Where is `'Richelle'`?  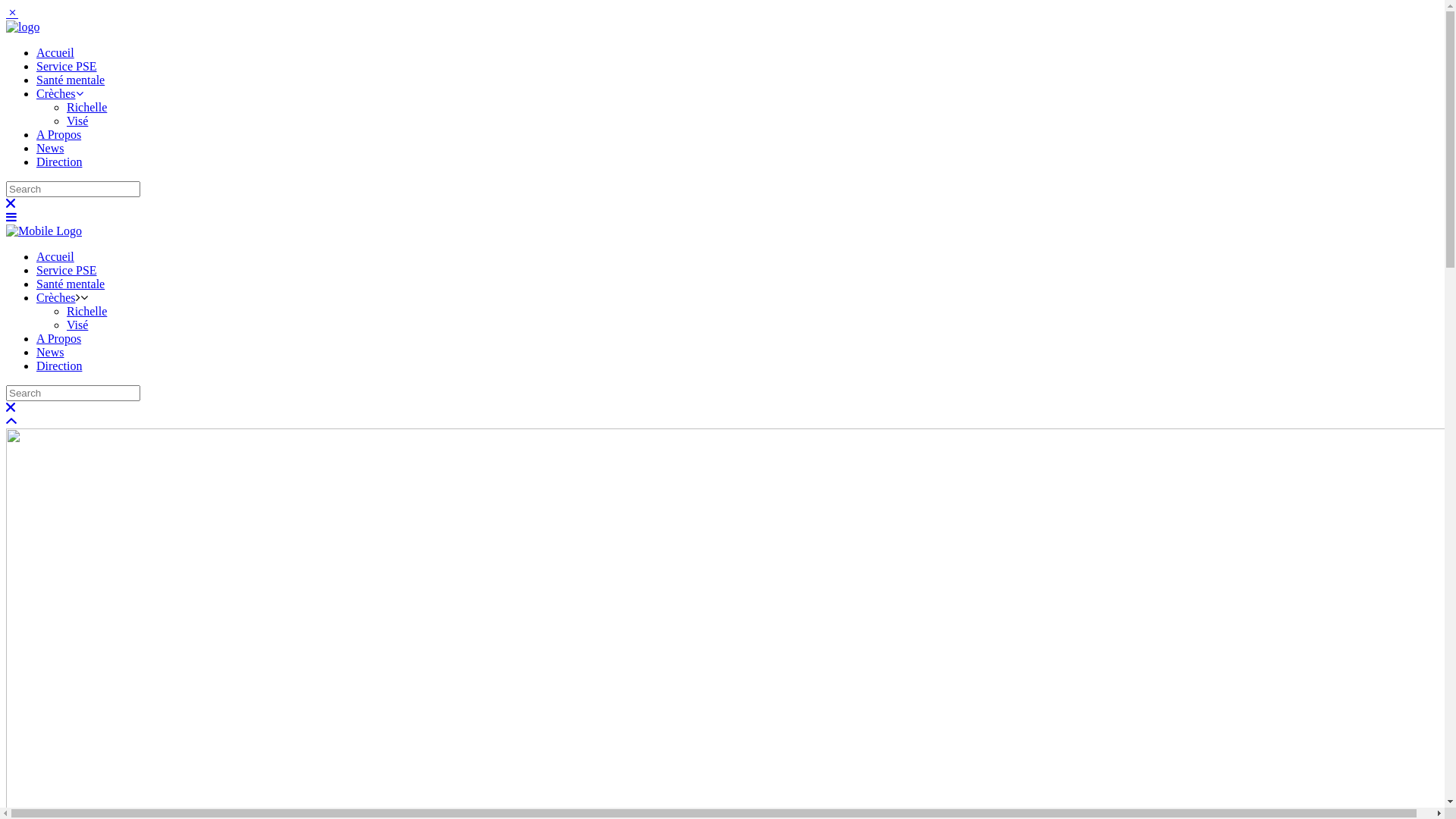
'Richelle' is located at coordinates (86, 310).